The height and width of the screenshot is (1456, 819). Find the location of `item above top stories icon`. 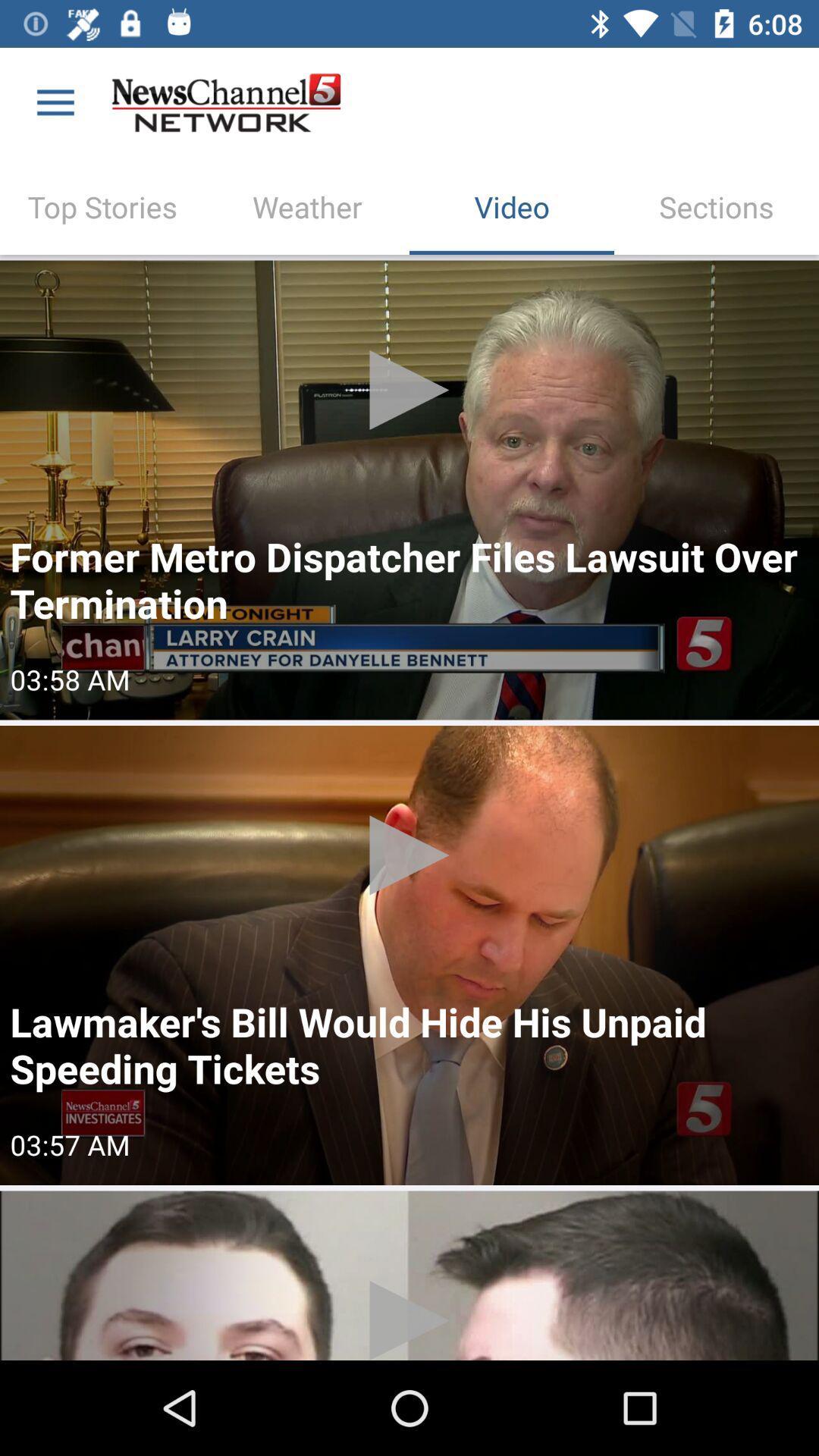

item above top stories icon is located at coordinates (55, 102).